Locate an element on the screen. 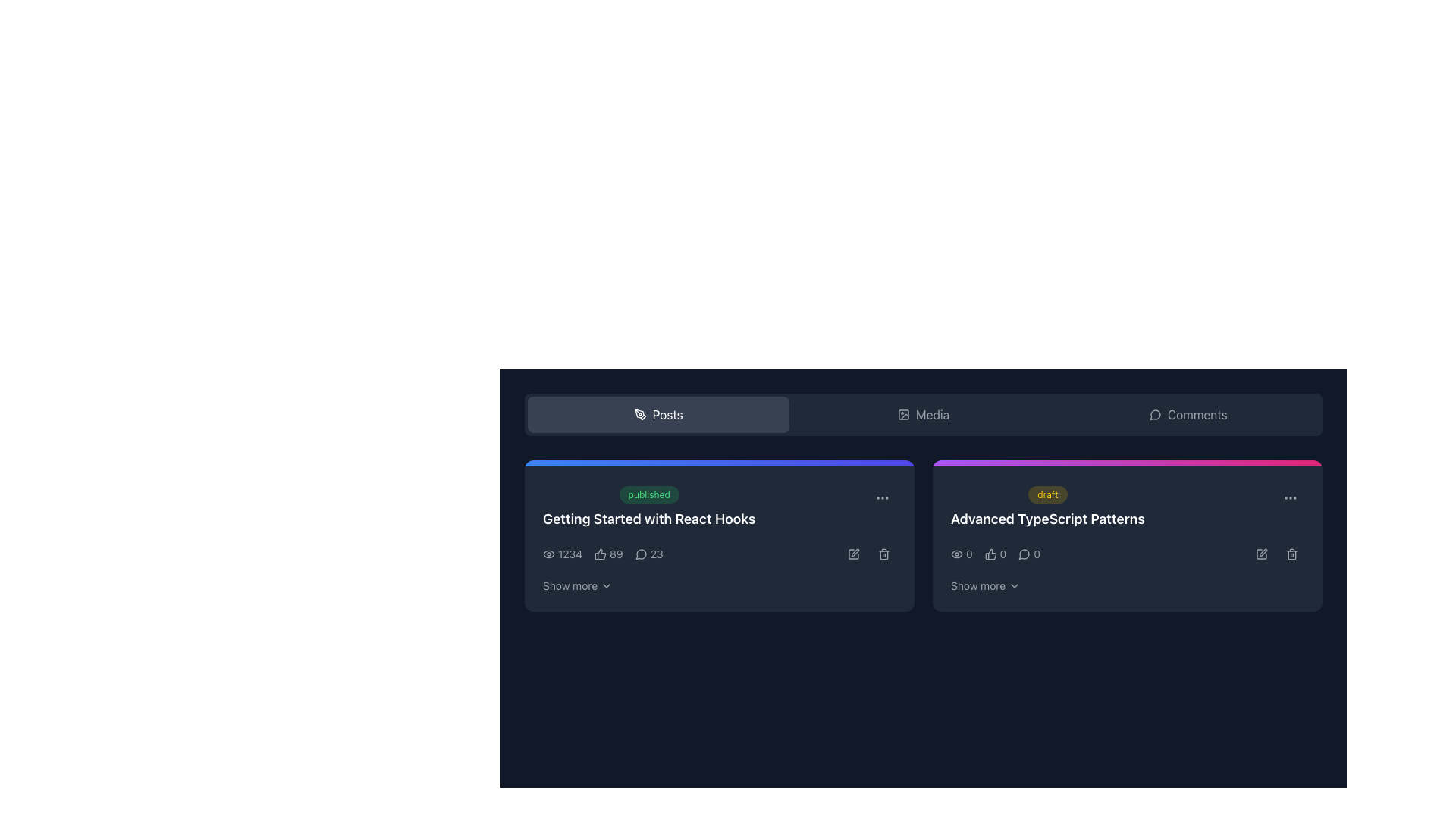 The height and width of the screenshot is (819, 1456). the 'Show more' text label at the bottom of the left-hand card is located at coordinates (570, 585).